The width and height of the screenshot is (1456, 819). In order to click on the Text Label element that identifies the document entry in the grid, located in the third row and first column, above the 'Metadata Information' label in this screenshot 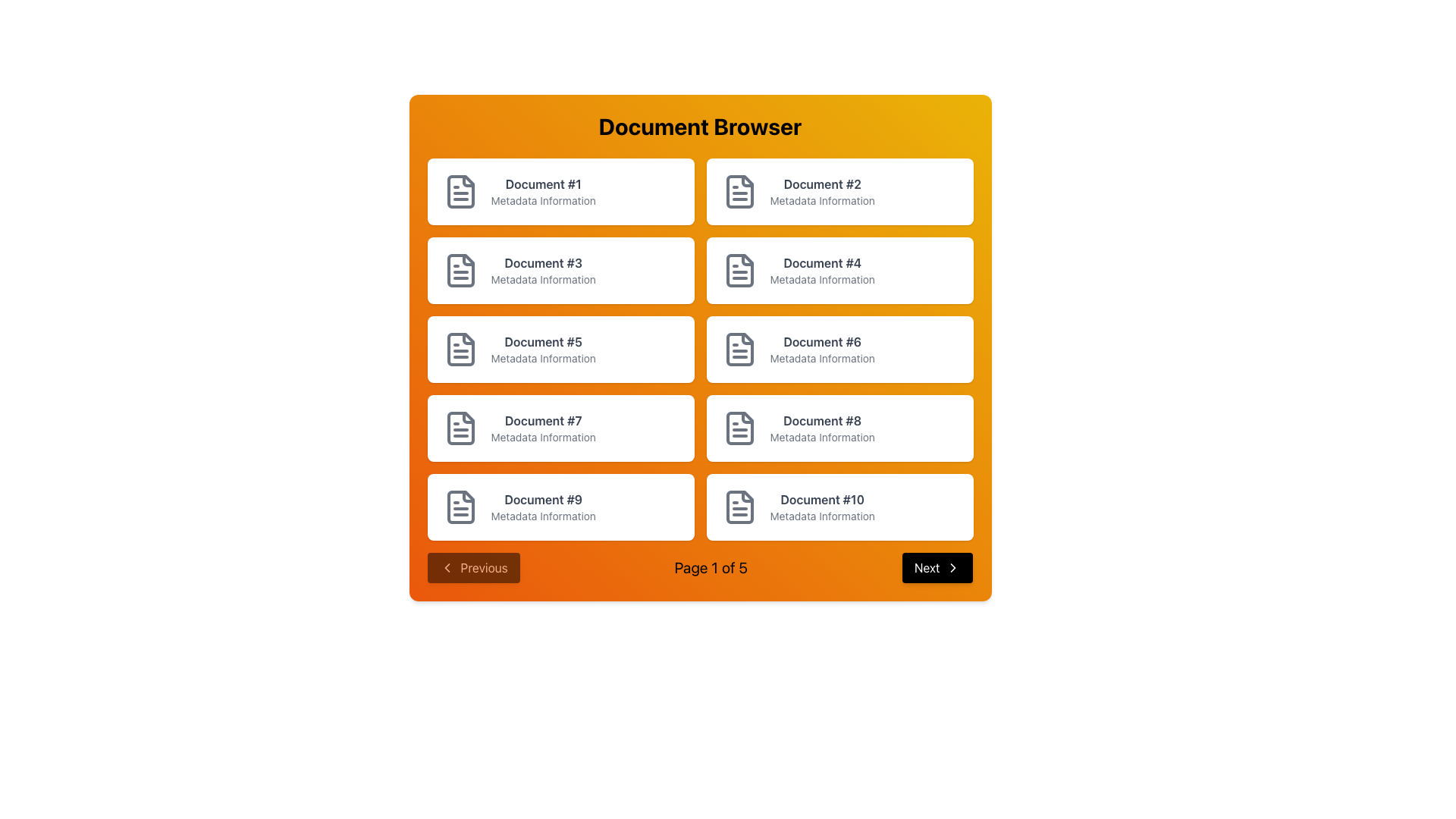, I will do `click(543, 342)`.